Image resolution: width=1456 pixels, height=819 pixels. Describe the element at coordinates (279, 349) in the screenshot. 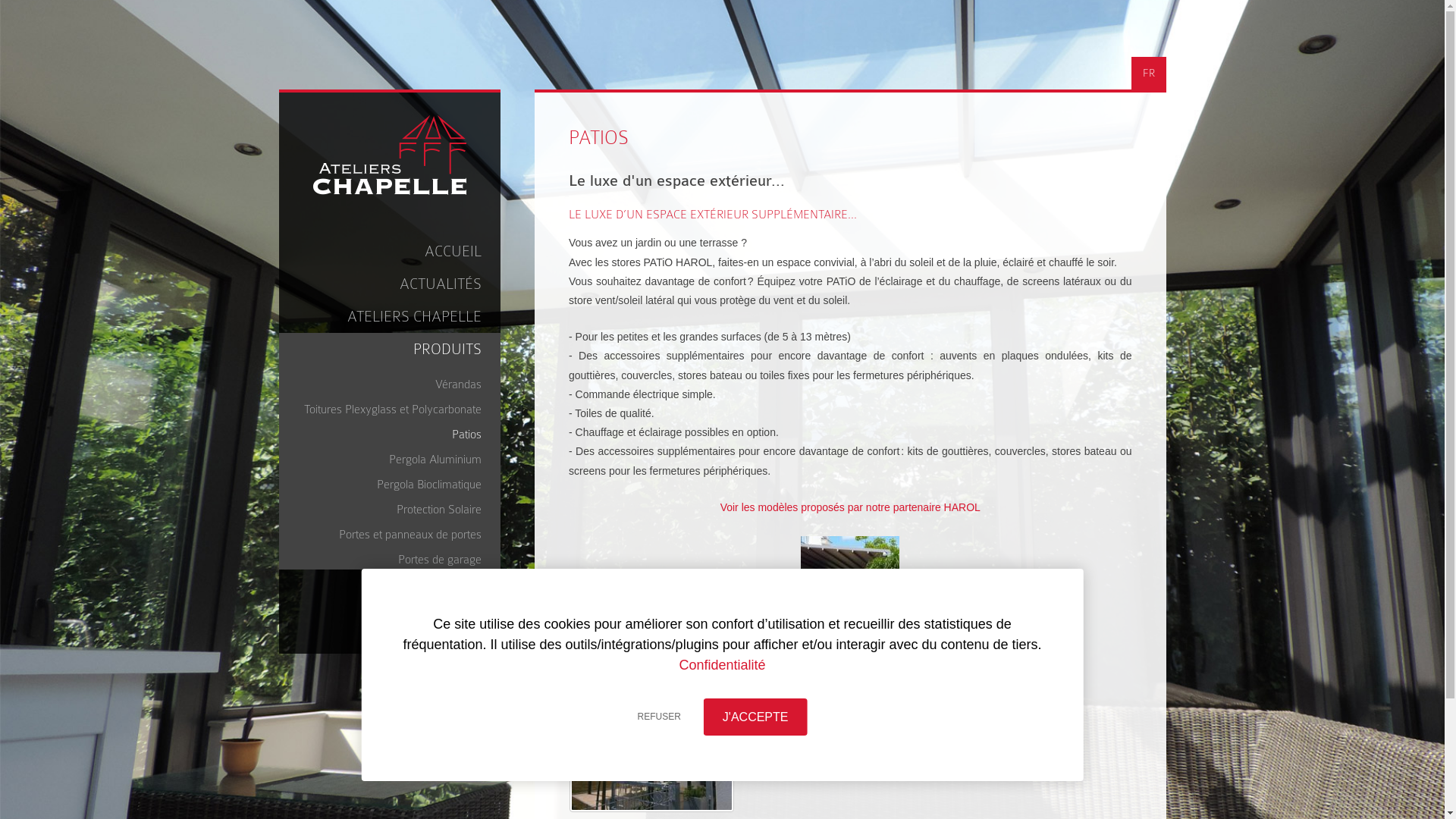

I see `'PRODUITS'` at that location.